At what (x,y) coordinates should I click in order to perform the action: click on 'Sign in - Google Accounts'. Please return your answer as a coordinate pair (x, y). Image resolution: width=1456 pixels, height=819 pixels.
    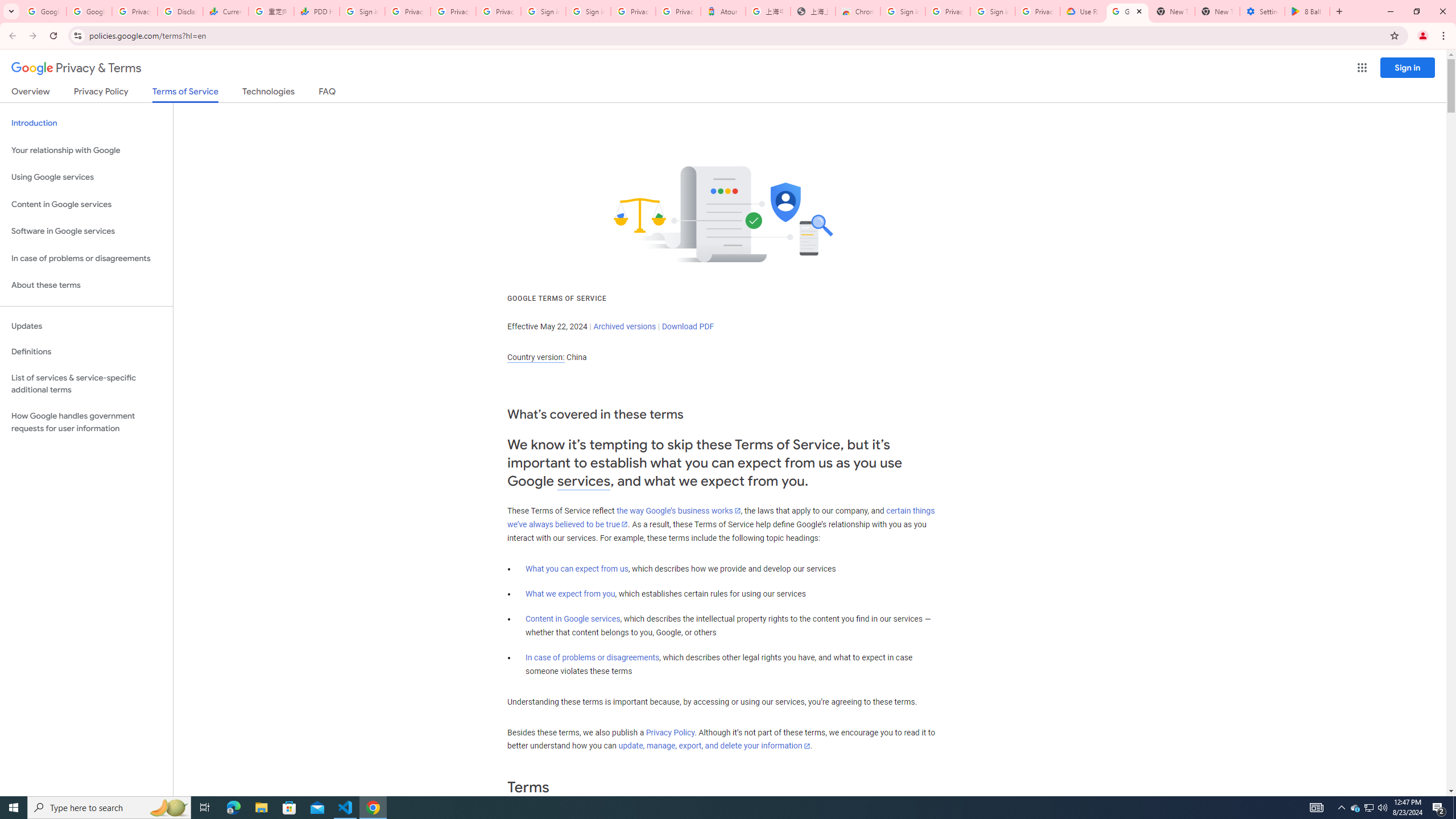
    Looking at the image, I should click on (588, 11).